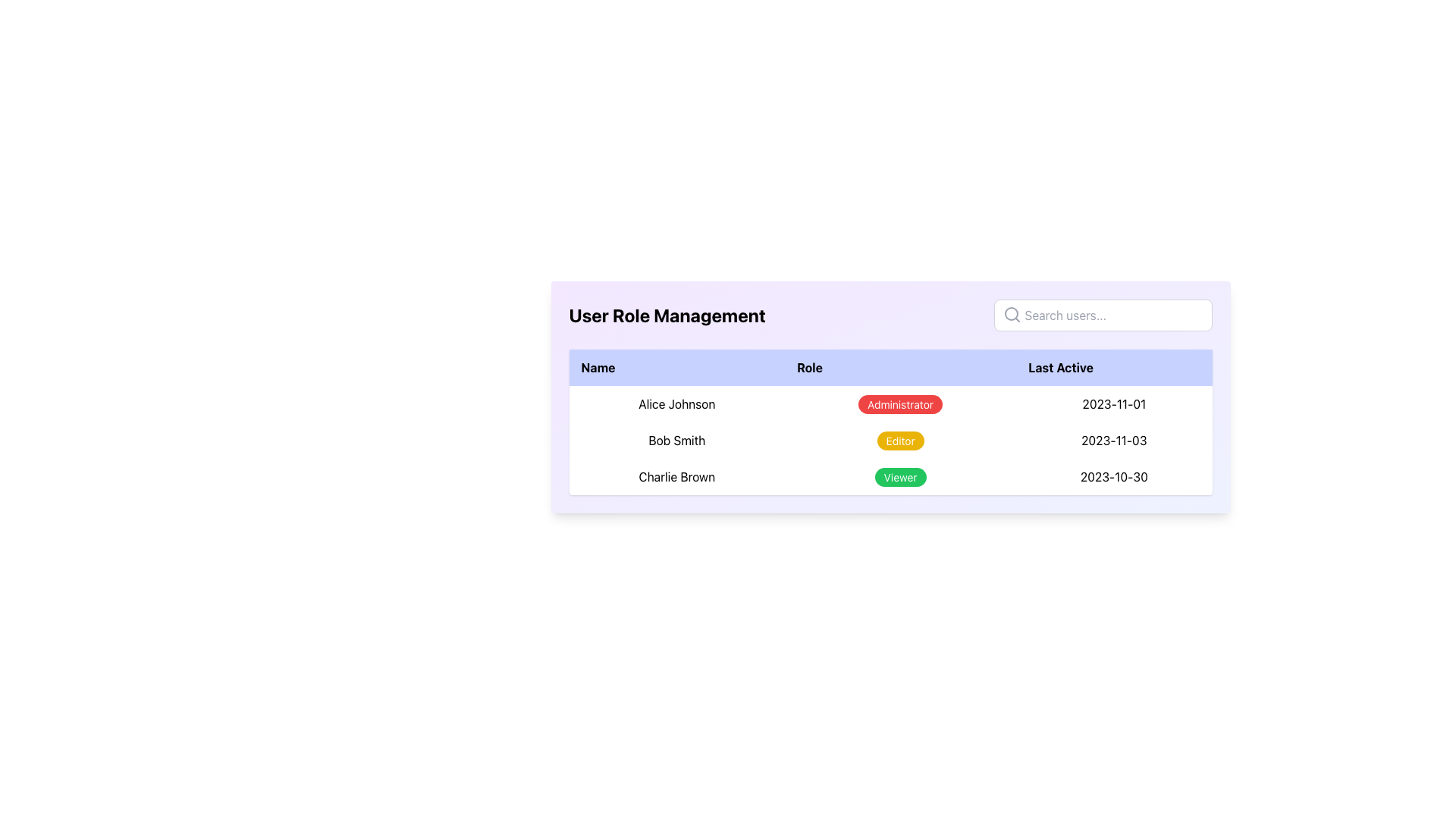  Describe the element at coordinates (1114, 475) in the screenshot. I see `the text '2023-10-30' located in the 'Last Active' column of the user management table, which is aligned horizontally with the 'Viewer' role for Charlie Brown` at that location.